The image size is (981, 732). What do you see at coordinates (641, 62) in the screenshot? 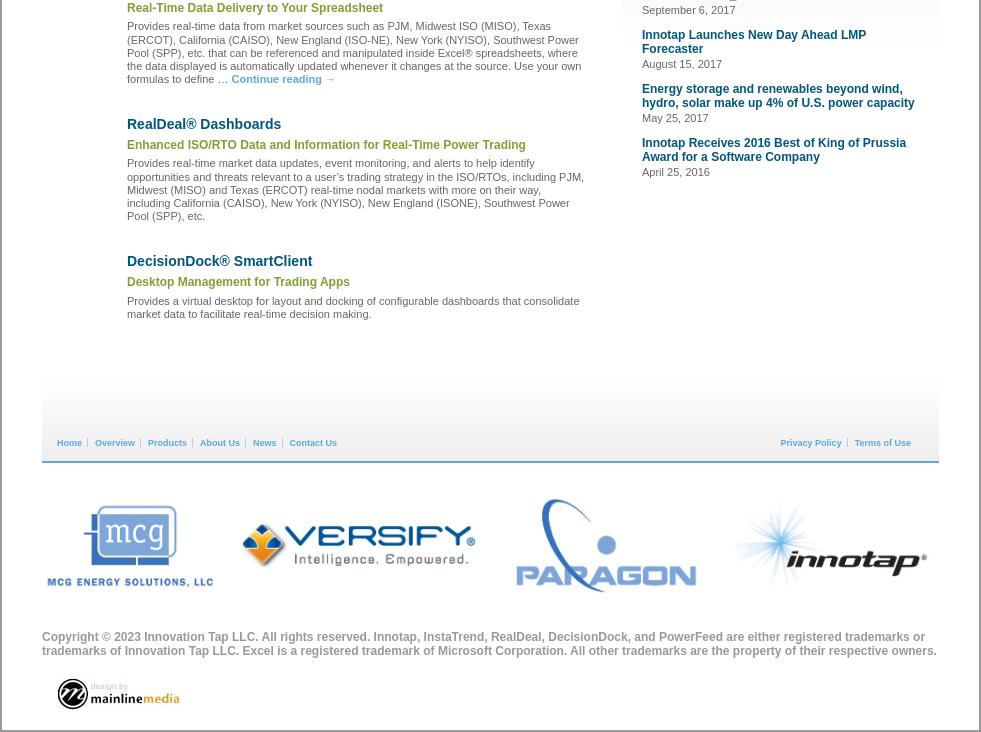
I see `'August 15, 2017'` at bounding box center [641, 62].